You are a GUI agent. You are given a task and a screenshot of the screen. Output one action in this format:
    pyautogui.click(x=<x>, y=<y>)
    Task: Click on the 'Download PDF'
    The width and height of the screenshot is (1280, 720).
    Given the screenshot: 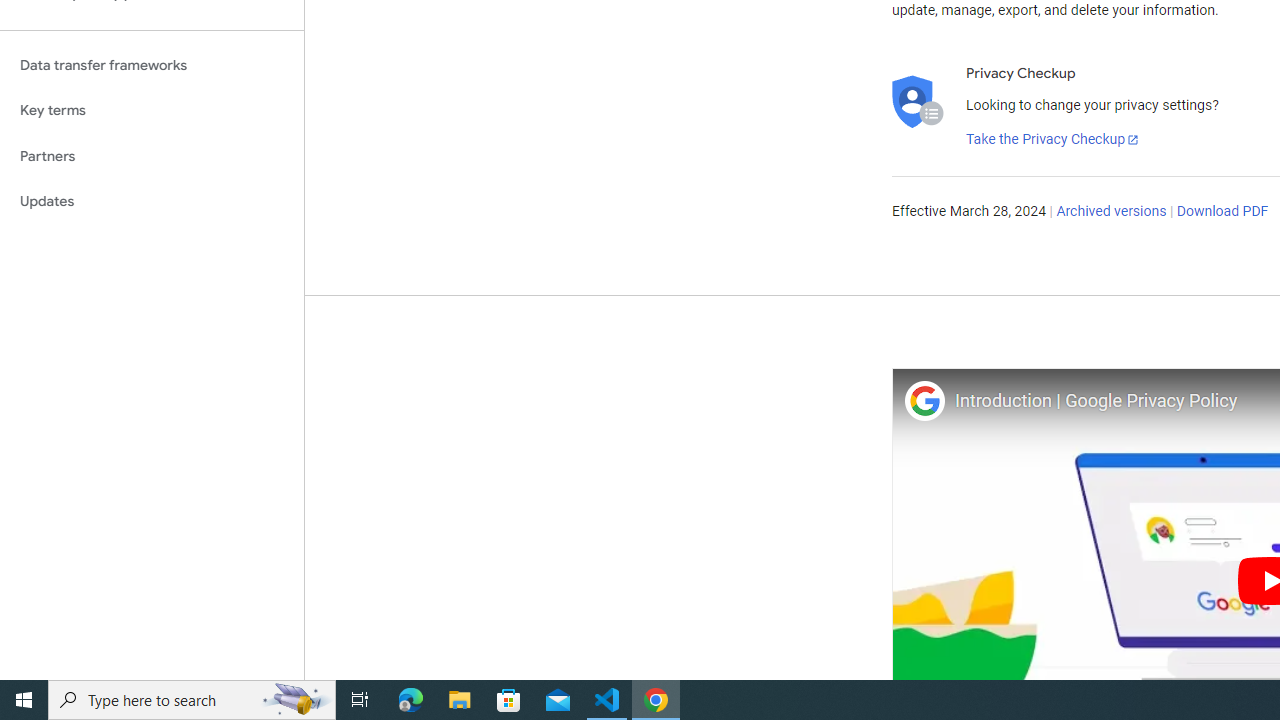 What is the action you would take?
    pyautogui.click(x=1221, y=212)
    